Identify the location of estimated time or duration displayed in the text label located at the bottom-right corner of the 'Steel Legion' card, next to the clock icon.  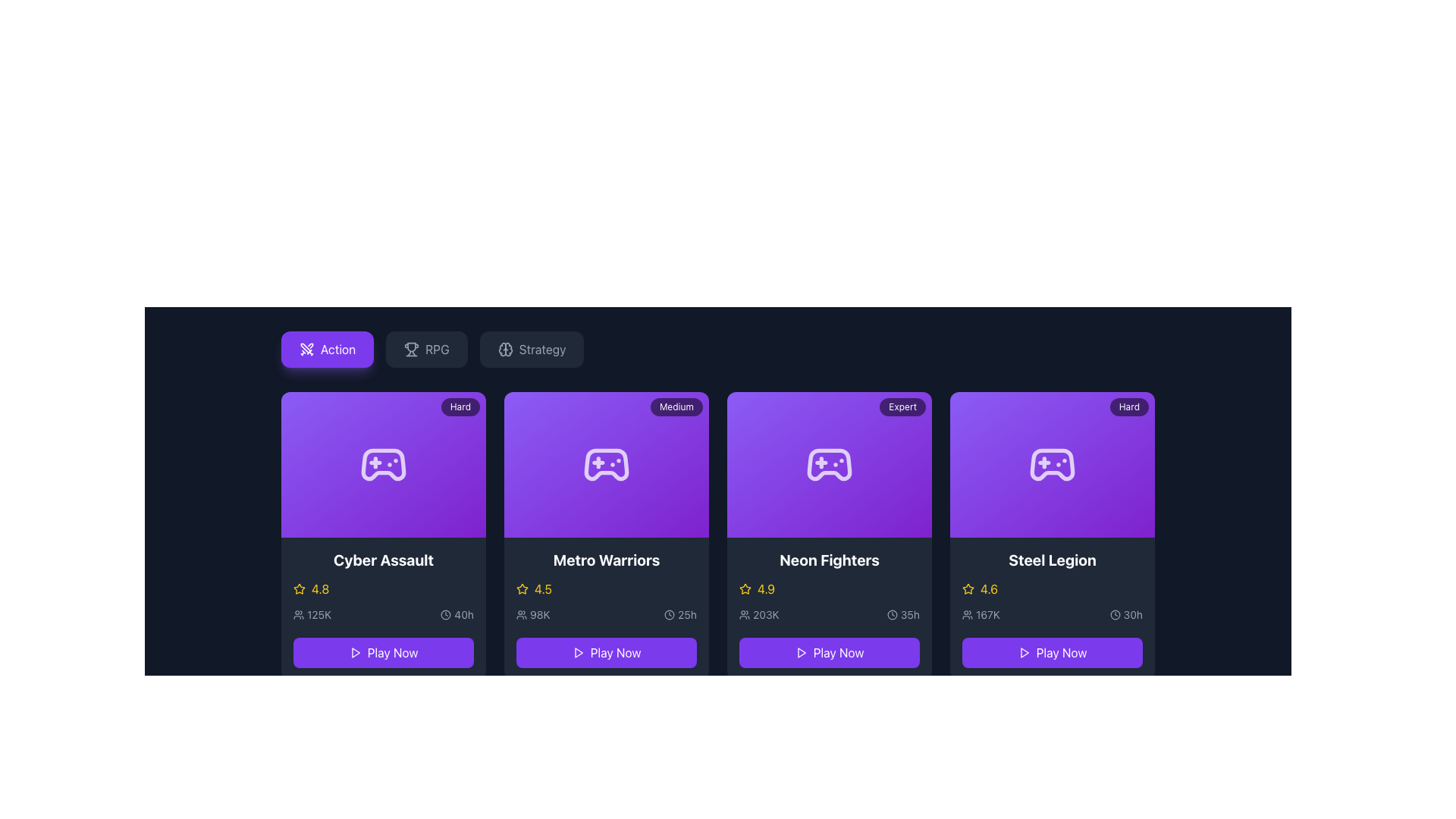
(1133, 614).